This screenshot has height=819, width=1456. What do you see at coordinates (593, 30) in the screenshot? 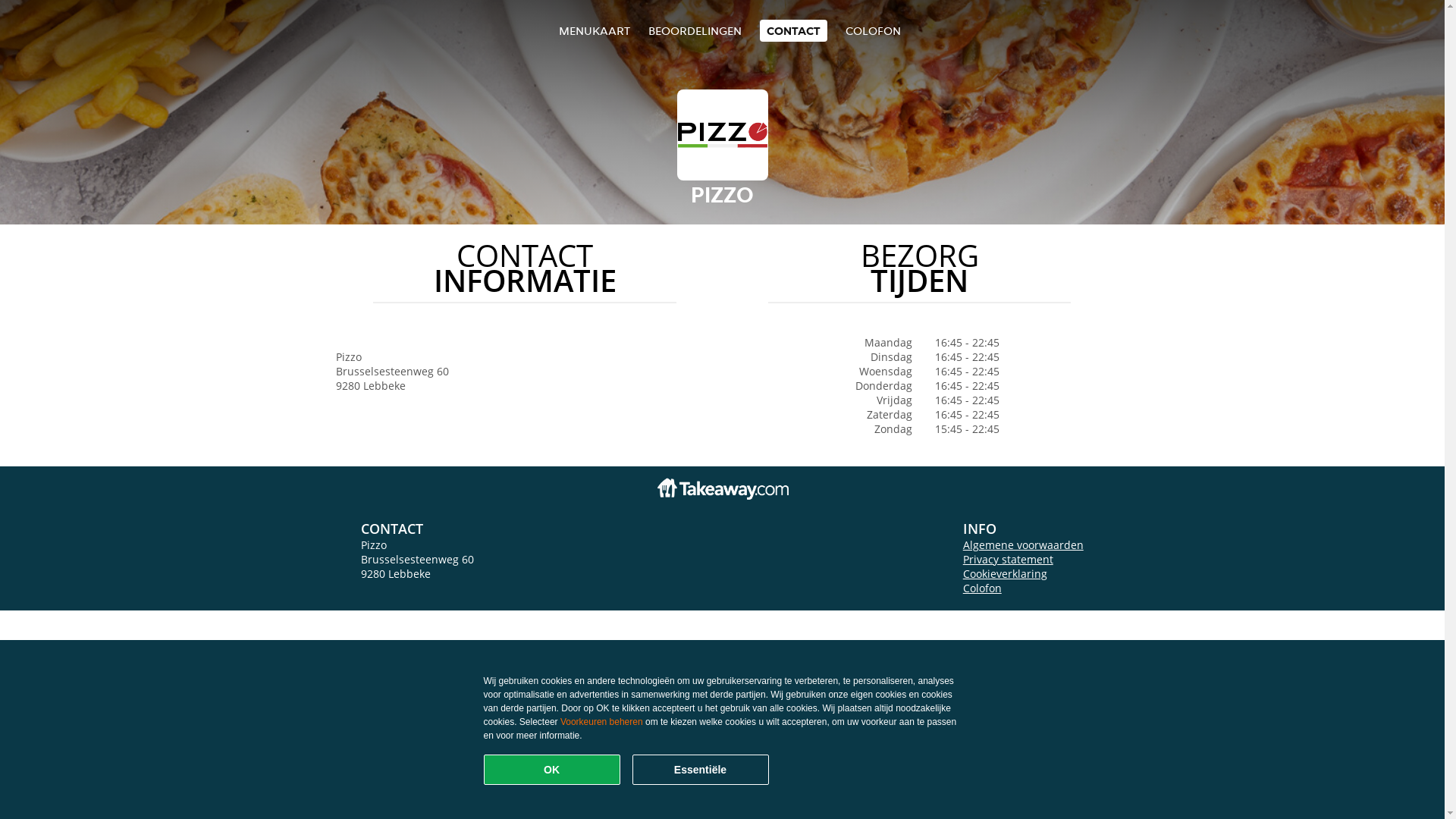
I see `'MENUKAART'` at bounding box center [593, 30].